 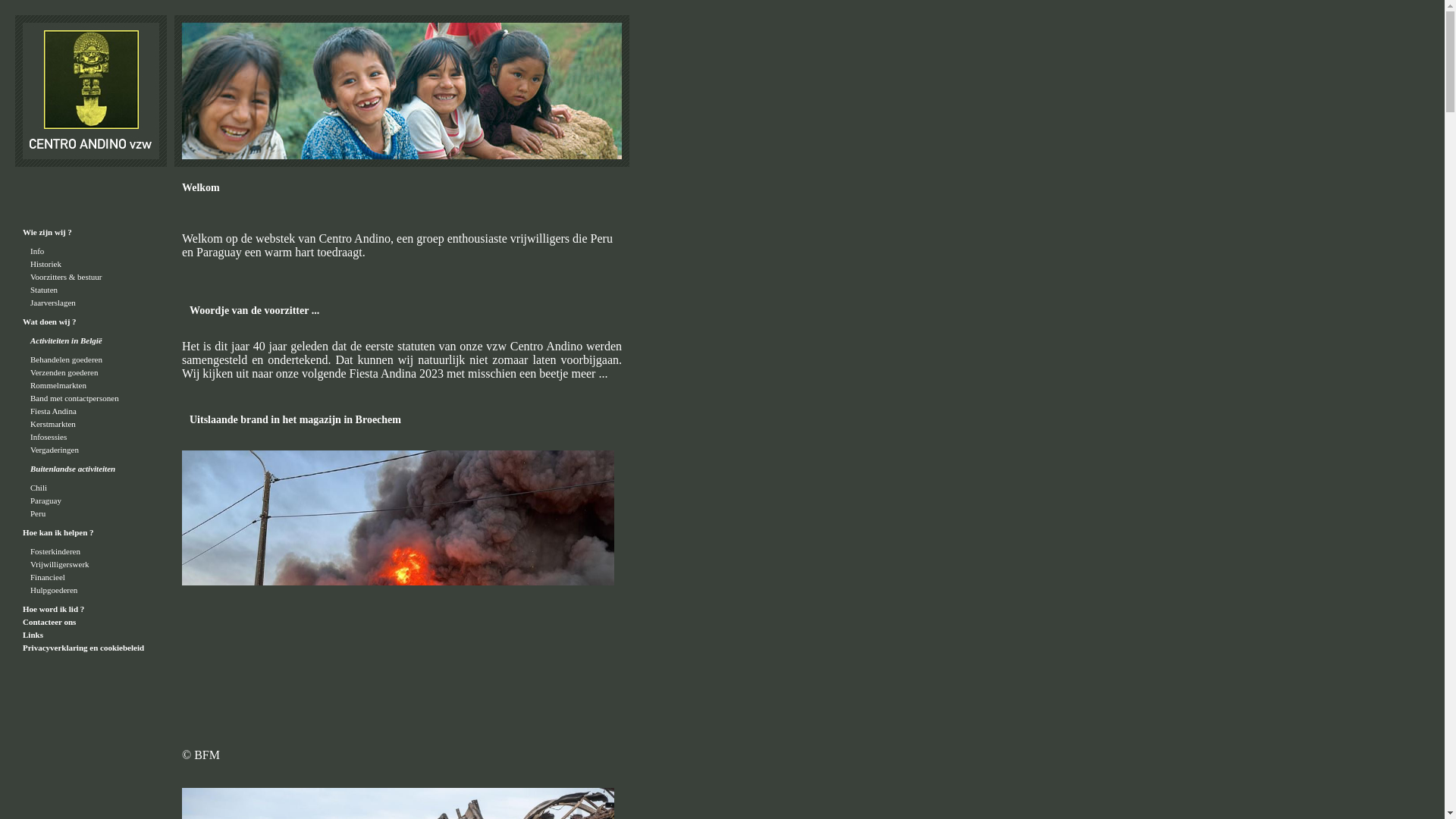 I want to click on 'Voorzitters & bestuur', so click(x=65, y=277).